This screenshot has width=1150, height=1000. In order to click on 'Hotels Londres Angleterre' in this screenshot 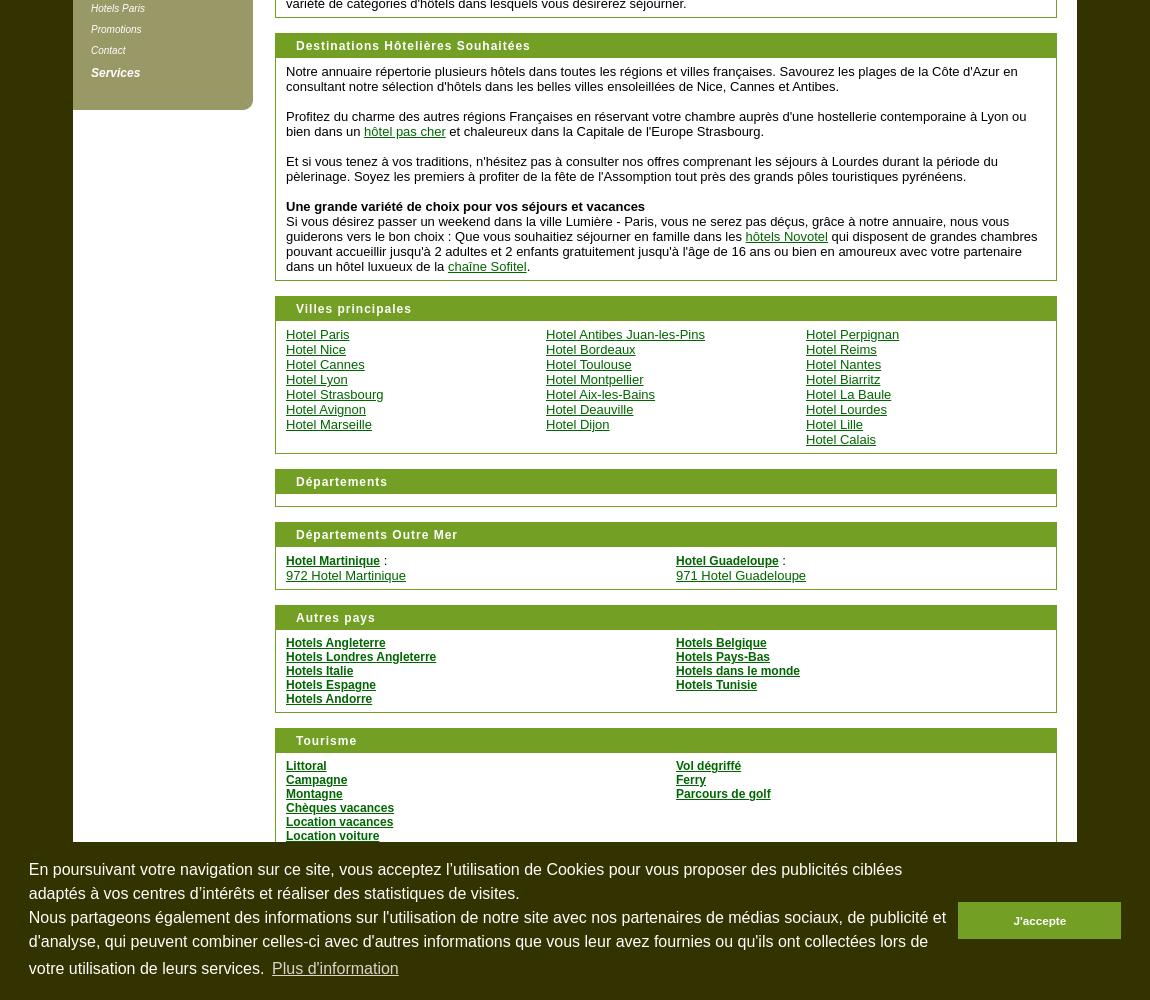, I will do `click(360, 657)`.